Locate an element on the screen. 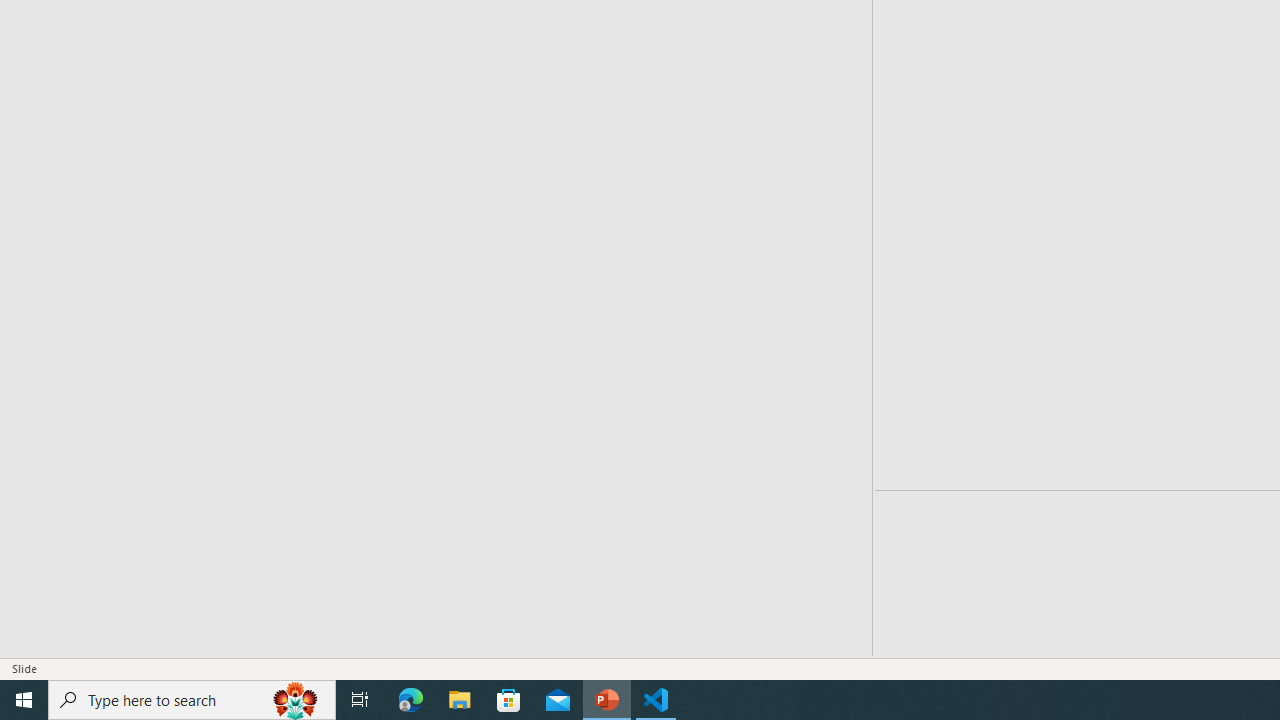 Image resolution: width=1280 pixels, height=720 pixels. 'PowerPoint - 1 running window' is located at coordinates (606, 698).